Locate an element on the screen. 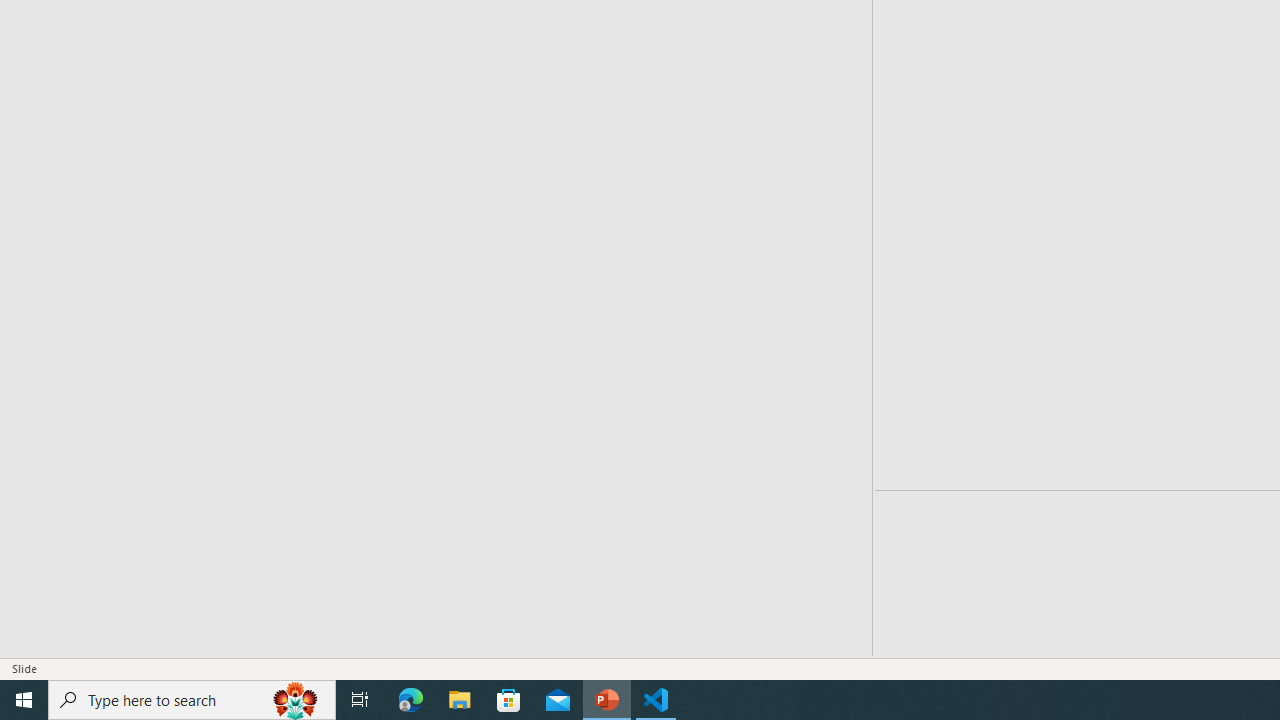 Image resolution: width=1280 pixels, height=720 pixels. 'PowerPoint - 1 running window' is located at coordinates (606, 698).